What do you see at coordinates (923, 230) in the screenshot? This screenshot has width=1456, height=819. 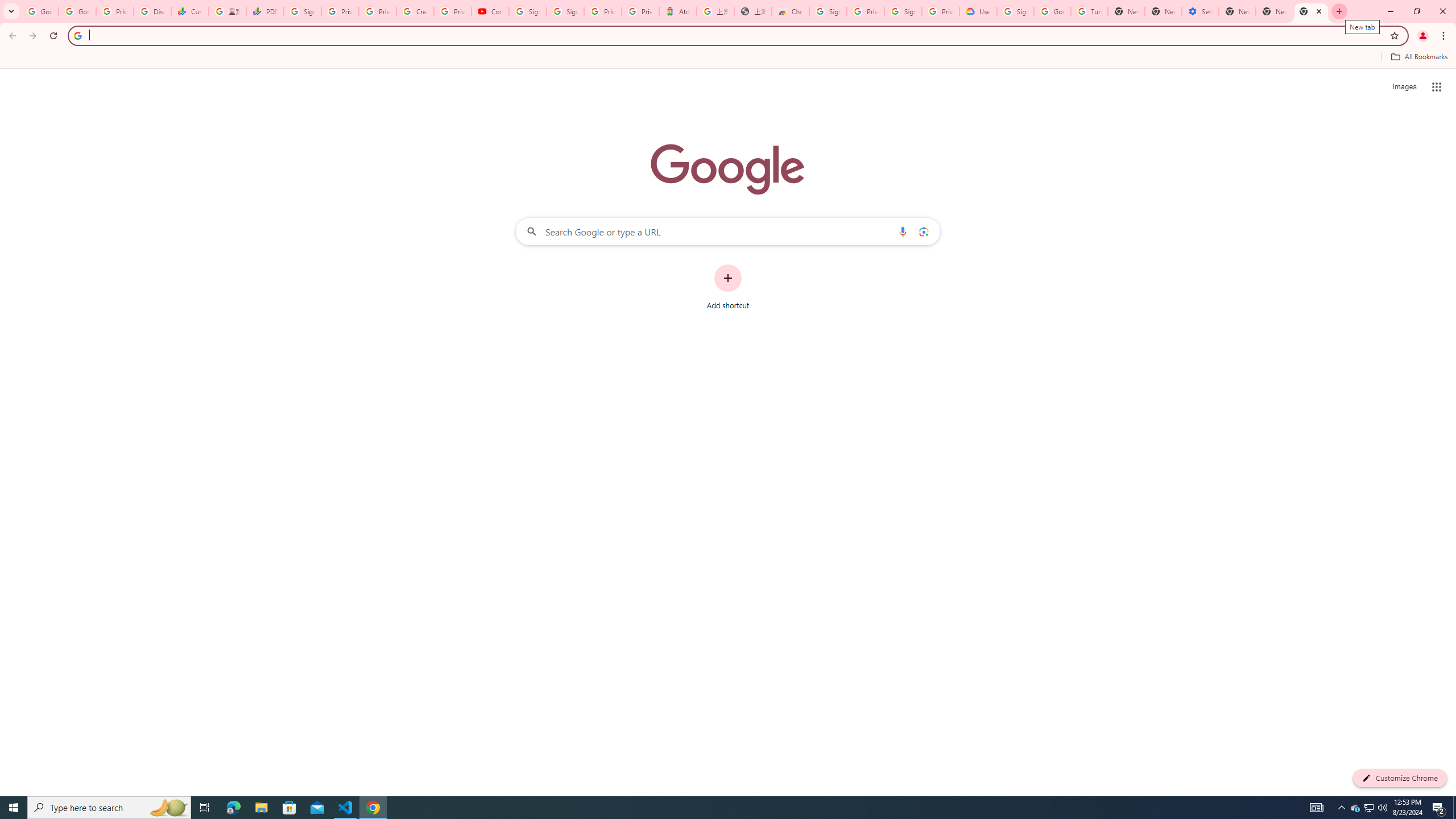 I see `'Search by image'` at bounding box center [923, 230].